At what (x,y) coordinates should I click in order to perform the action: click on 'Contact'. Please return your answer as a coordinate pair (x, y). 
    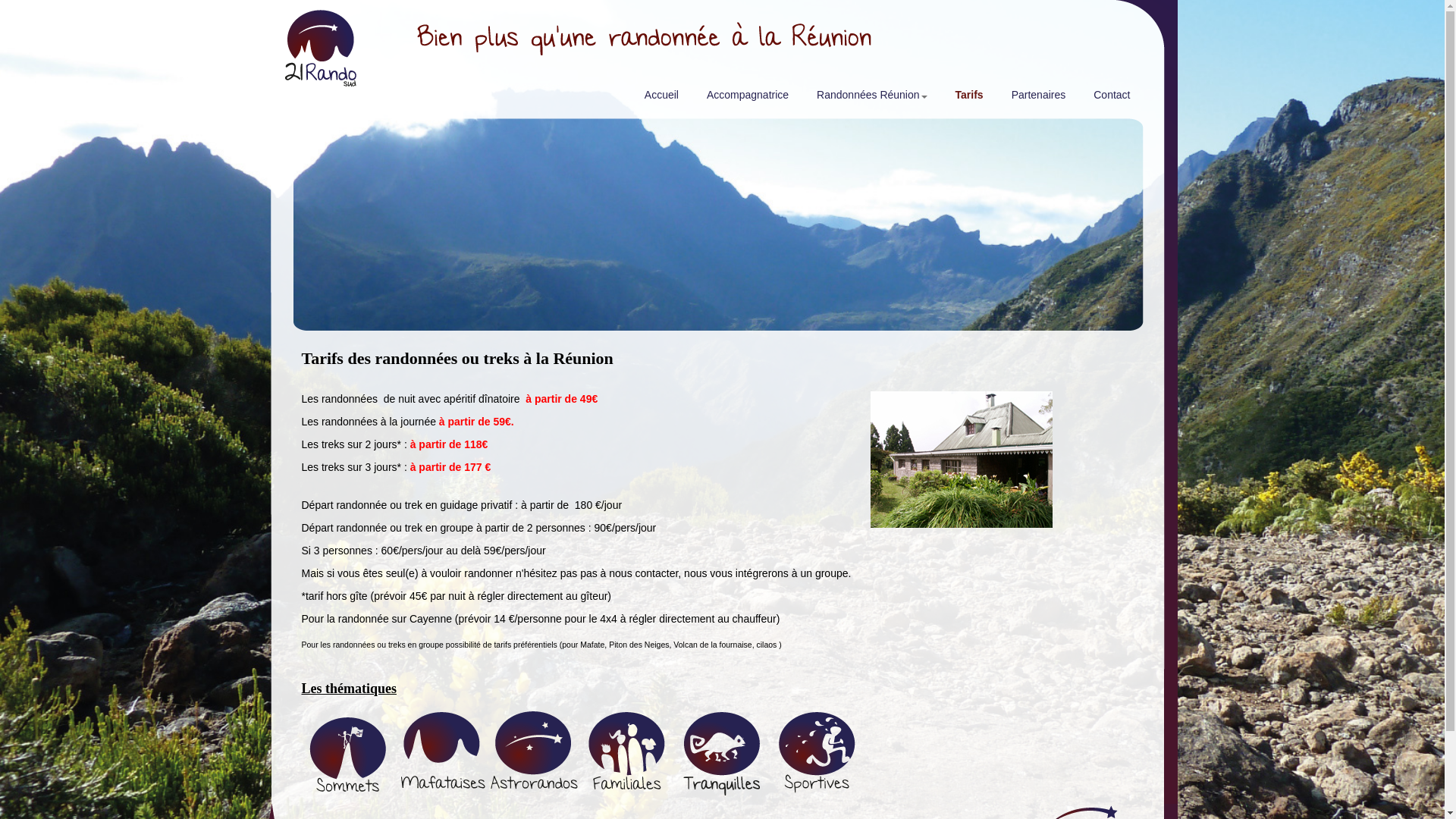
    Looking at the image, I should click on (1109, 99).